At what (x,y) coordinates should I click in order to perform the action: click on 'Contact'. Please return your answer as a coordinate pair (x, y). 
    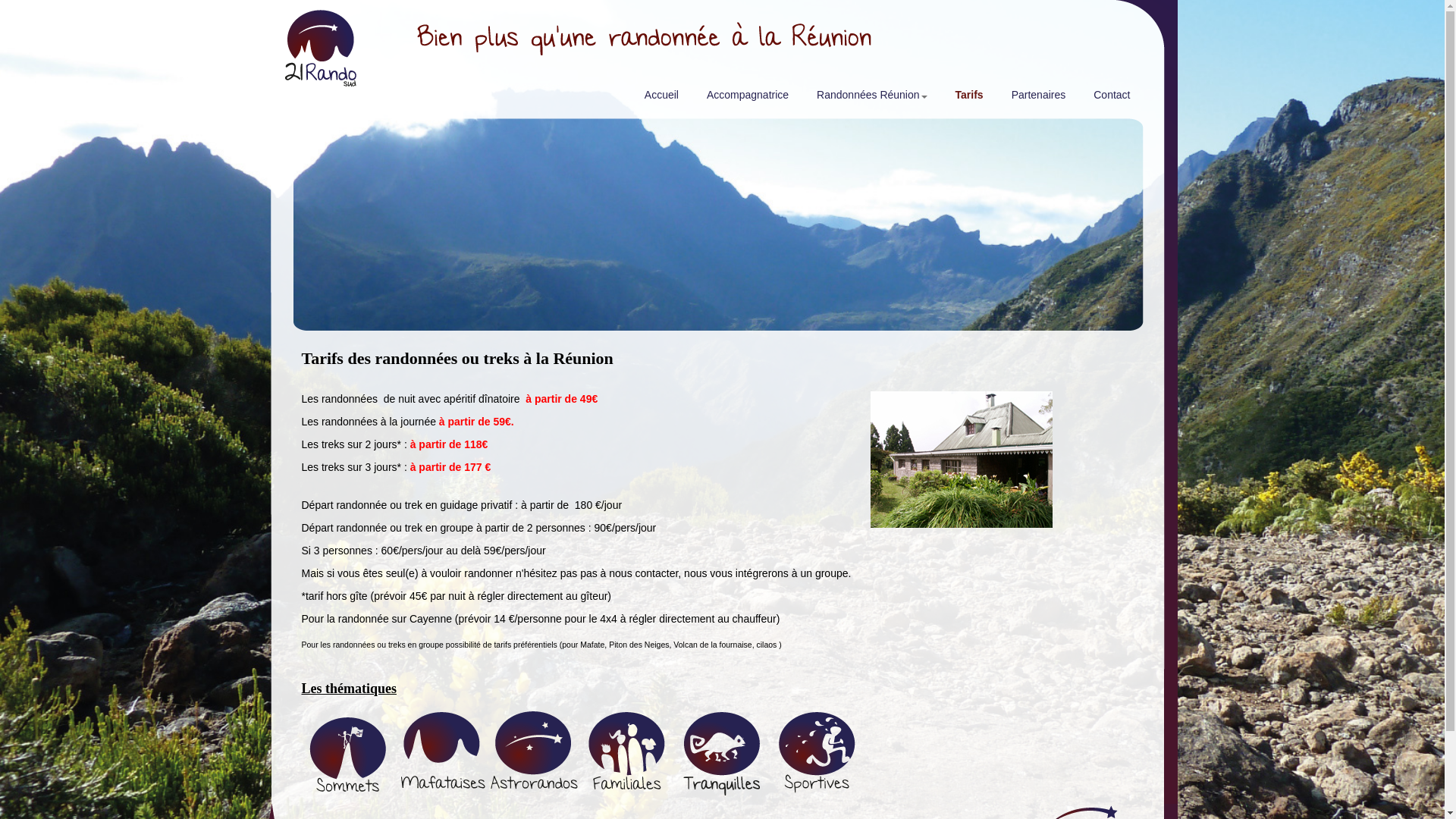
    Looking at the image, I should click on (1109, 99).